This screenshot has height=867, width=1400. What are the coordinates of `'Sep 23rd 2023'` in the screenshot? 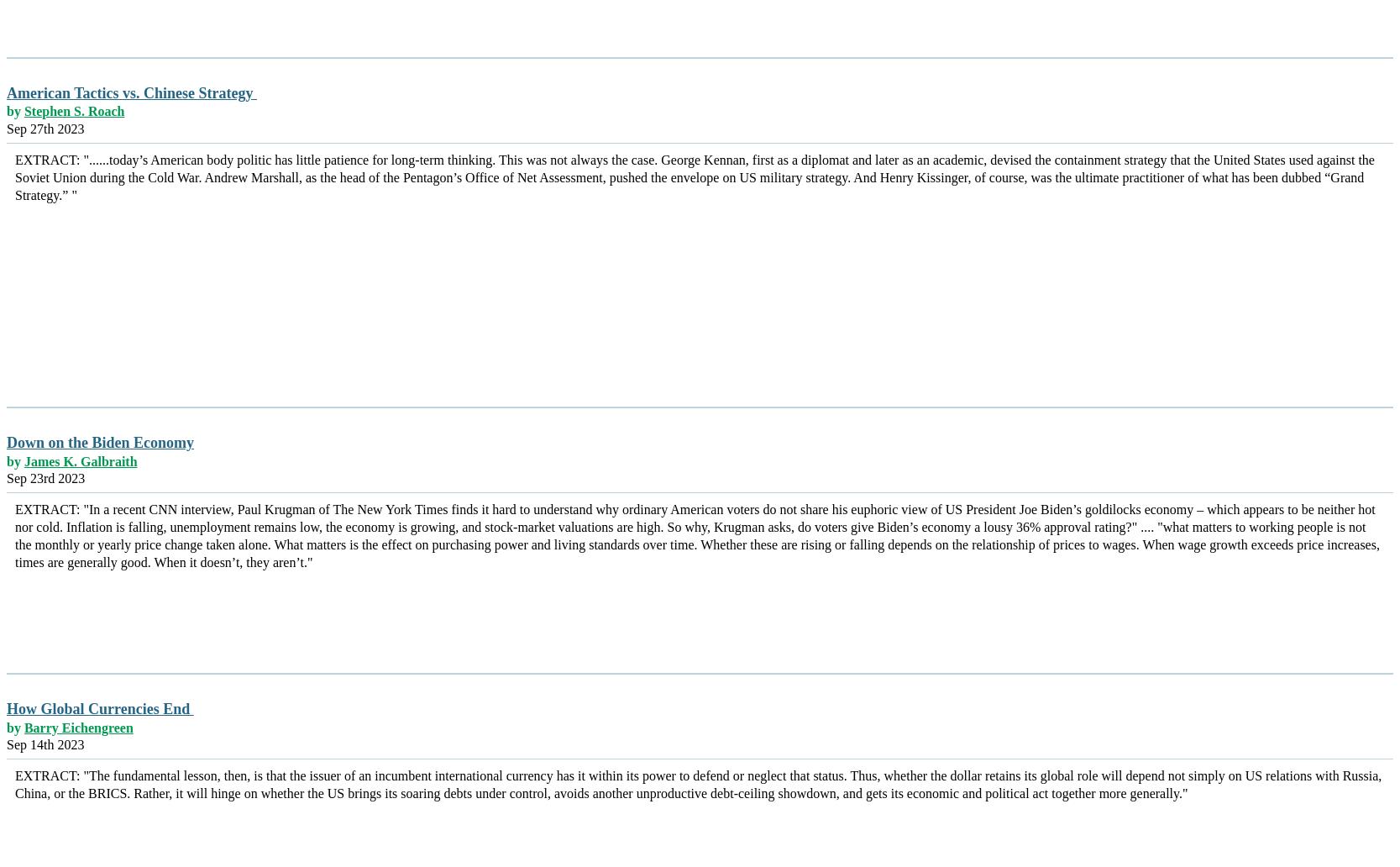 It's located at (45, 478).